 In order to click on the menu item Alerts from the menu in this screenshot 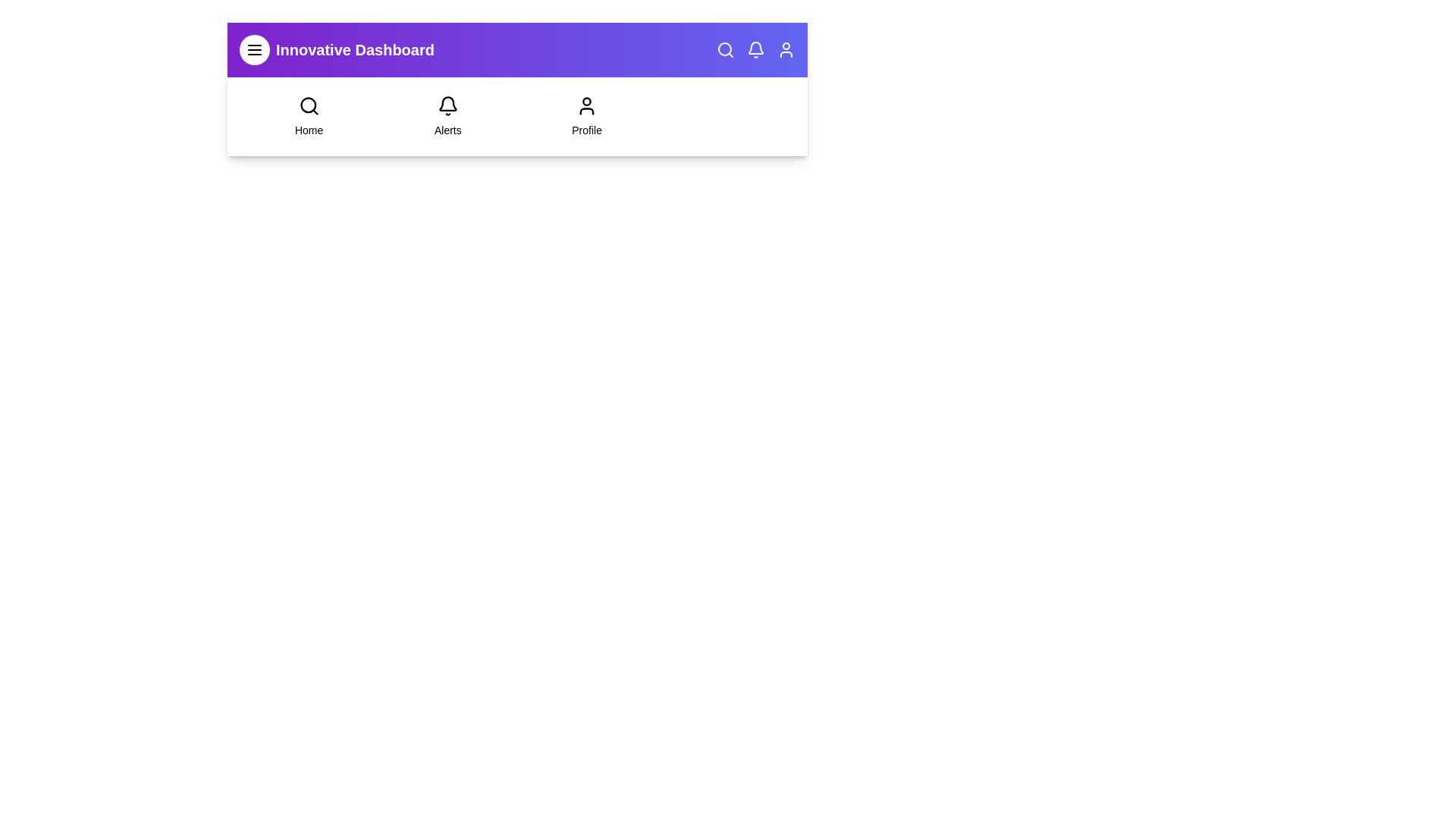, I will do `click(447, 116)`.